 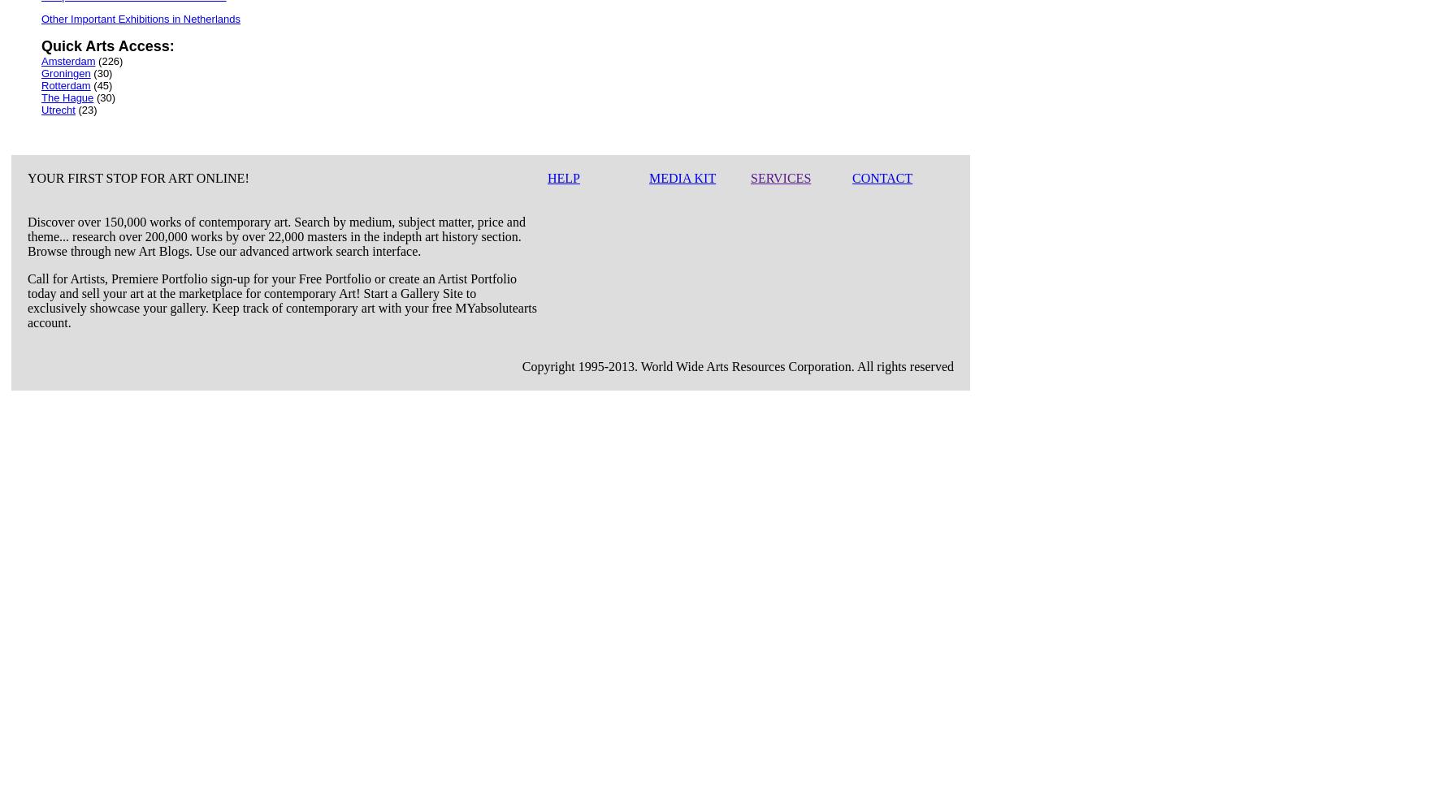 What do you see at coordinates (68, 60) in the screenshot?
I see `'Amsterdam'` at bounding box center [68, 60].